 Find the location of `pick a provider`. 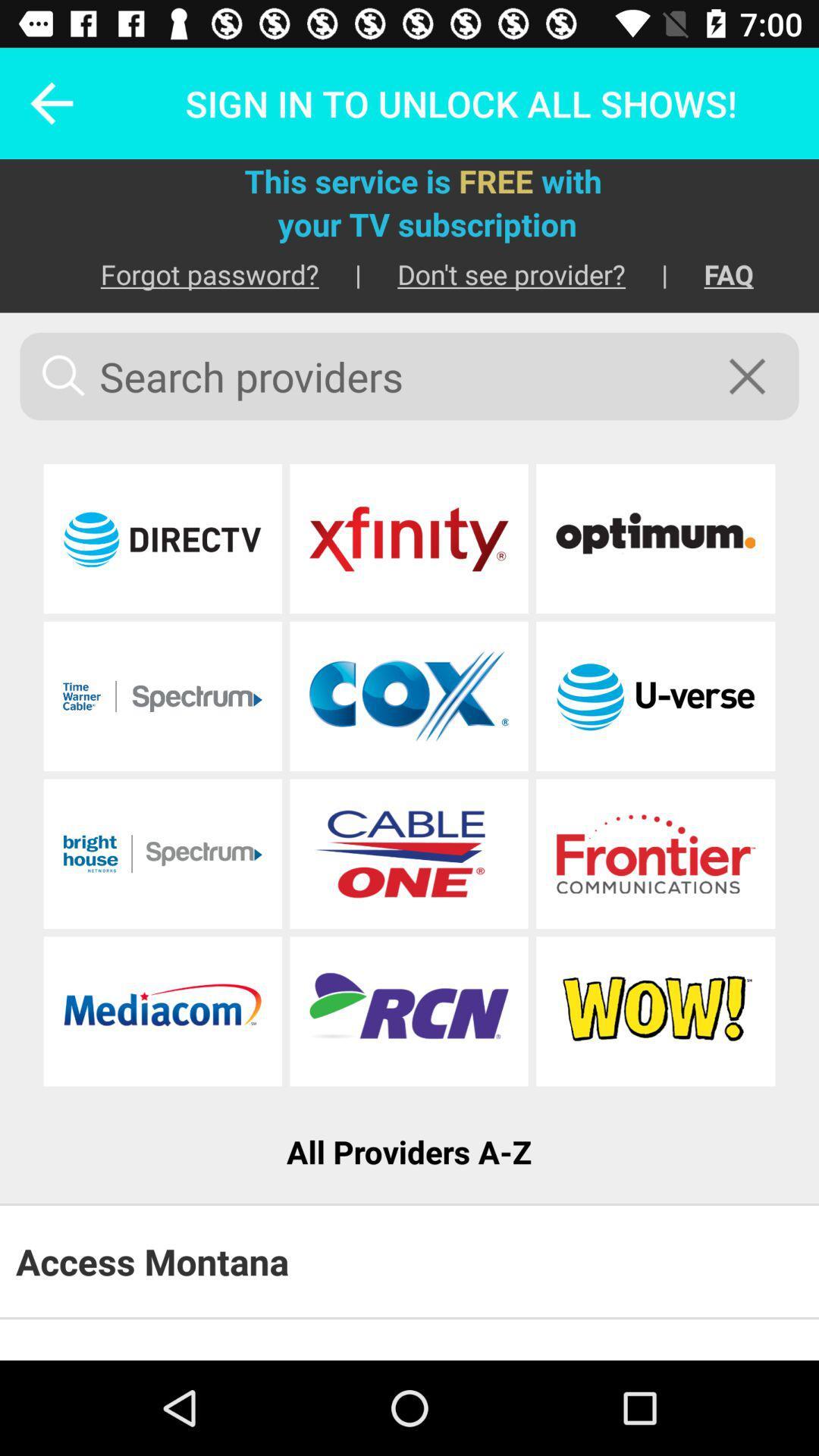

pick a provider is located at coordinates (408, 695).